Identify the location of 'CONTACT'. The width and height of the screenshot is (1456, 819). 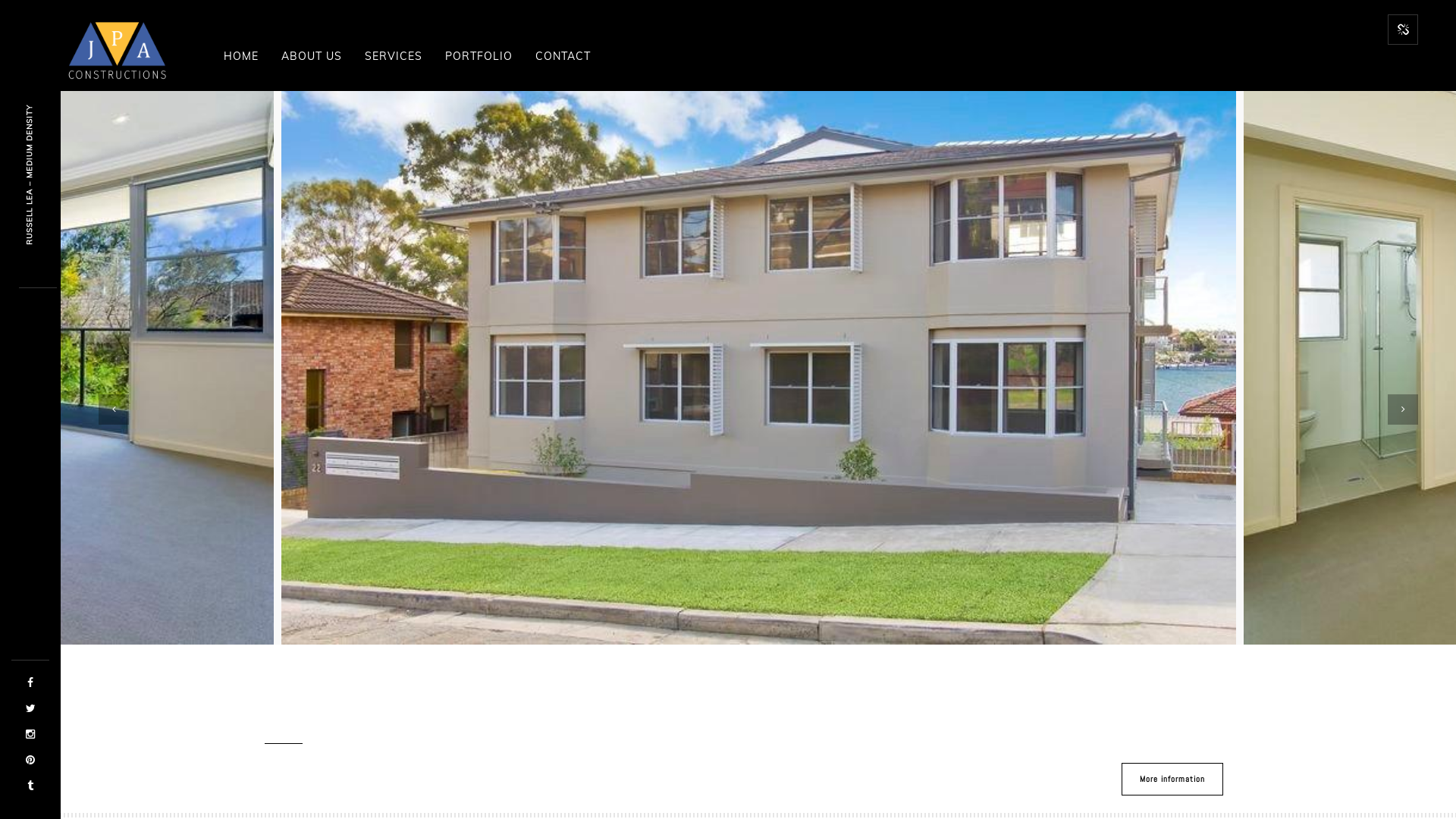
(562, 55).